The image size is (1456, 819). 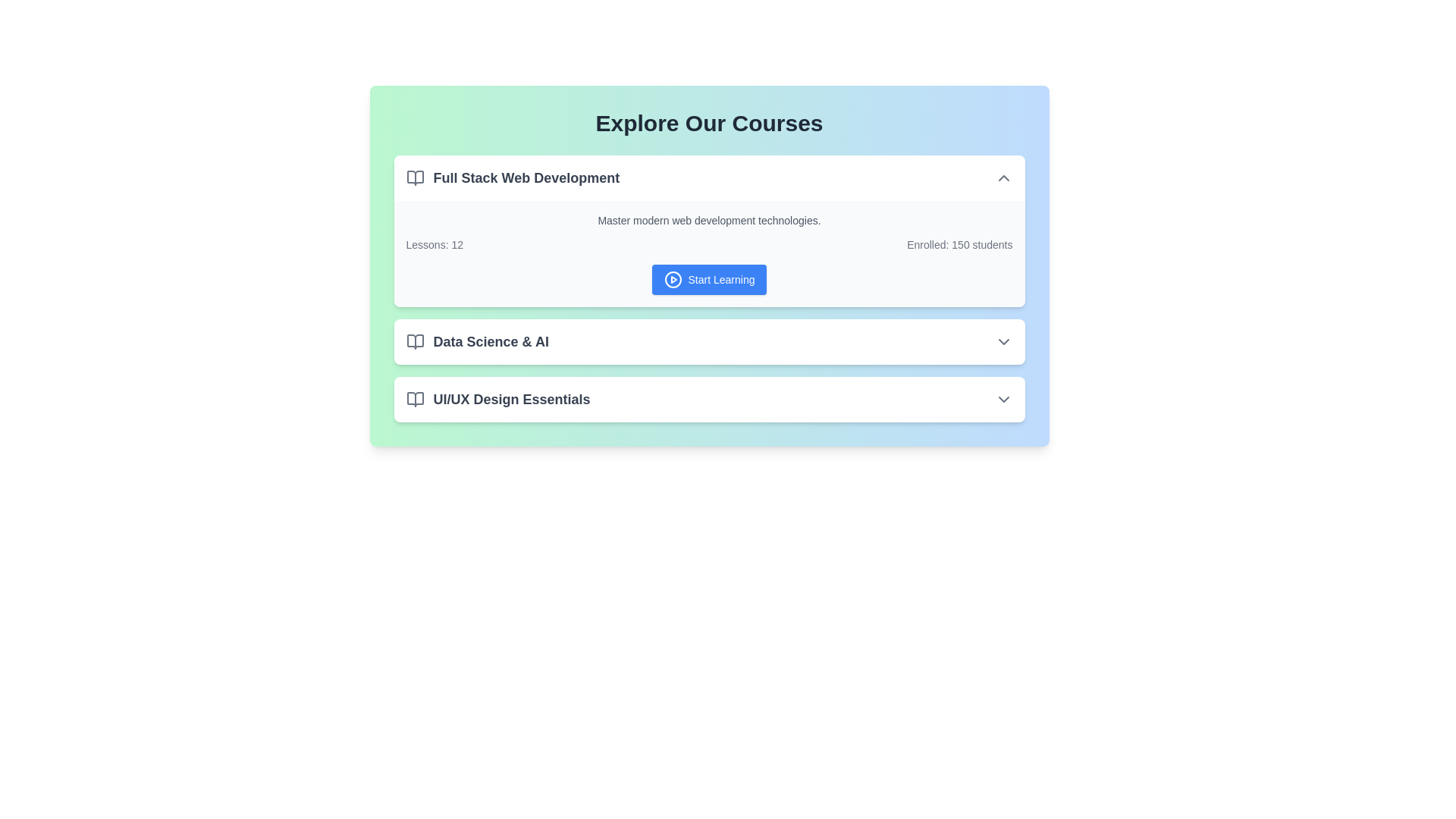 I want to click on the static text label displaying 'Lessons: 12', which is part of the course details for 'Full Stack Web Development', so click(x=434, y=244).